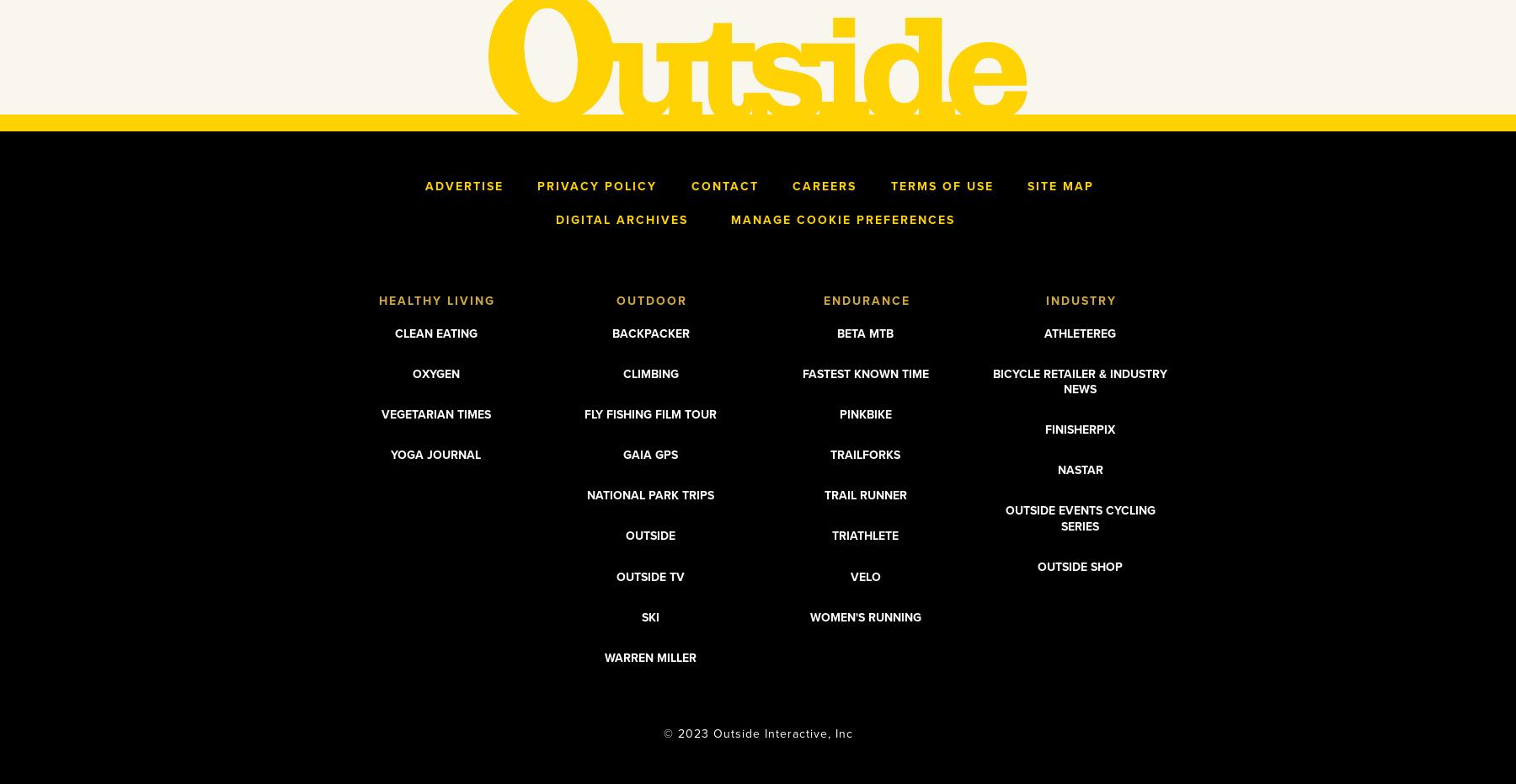 This screenshot has height=784, width=1516. Describe the element at coordinates (758, 733) in the screenshot. I see `'© 2023 Outside Interactive, Inc'` at that location.